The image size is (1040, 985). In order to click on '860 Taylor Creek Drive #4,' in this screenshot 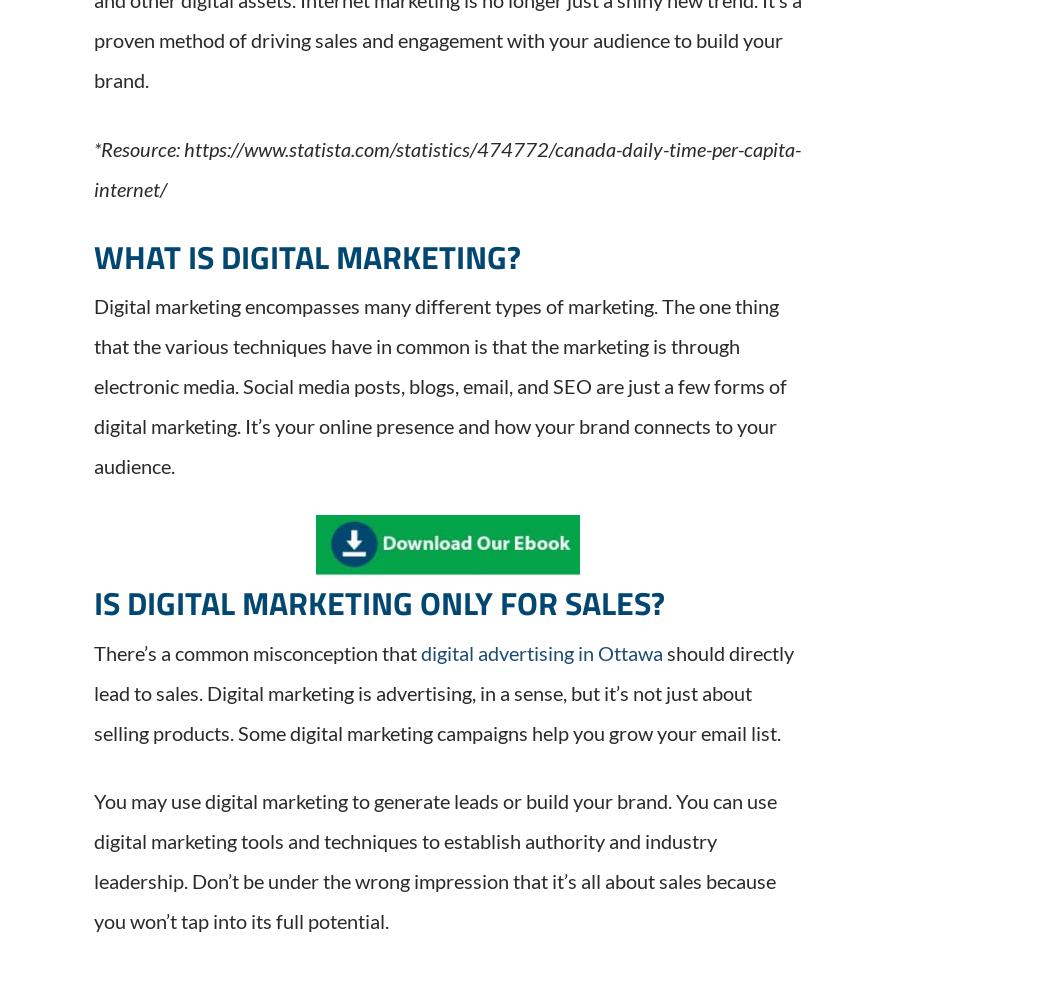, I will do `click(419, 696)`.